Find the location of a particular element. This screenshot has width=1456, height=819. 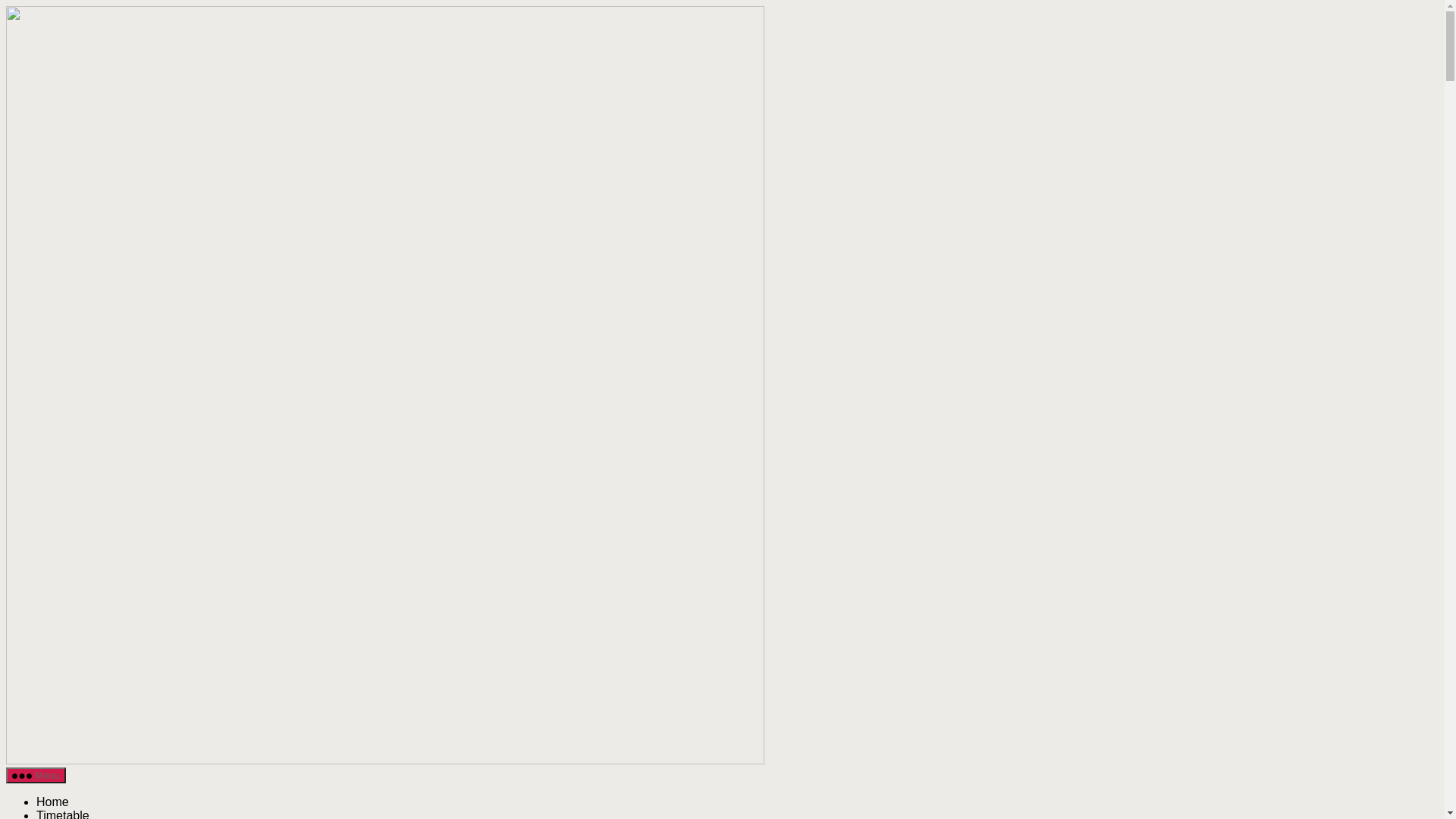

'Menu' is located at coordinates (36, 775).